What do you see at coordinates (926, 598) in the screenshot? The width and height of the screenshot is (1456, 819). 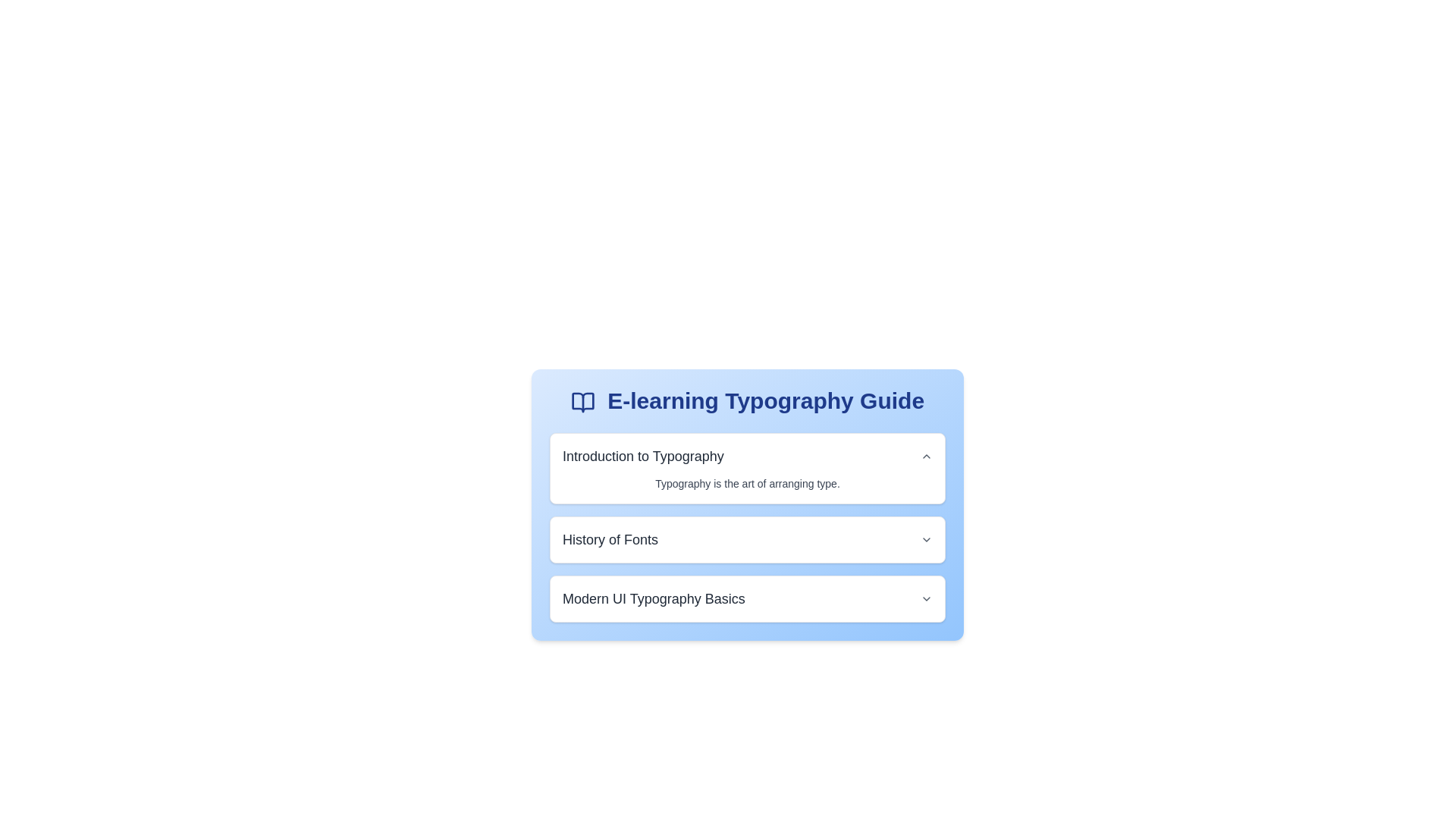 I see `the Dropdown toggle button located in the bottom row of the vertical list to potentially view information tooltips related to 'Modern UI Typography Basics.'` at bounding box center [926, 598].